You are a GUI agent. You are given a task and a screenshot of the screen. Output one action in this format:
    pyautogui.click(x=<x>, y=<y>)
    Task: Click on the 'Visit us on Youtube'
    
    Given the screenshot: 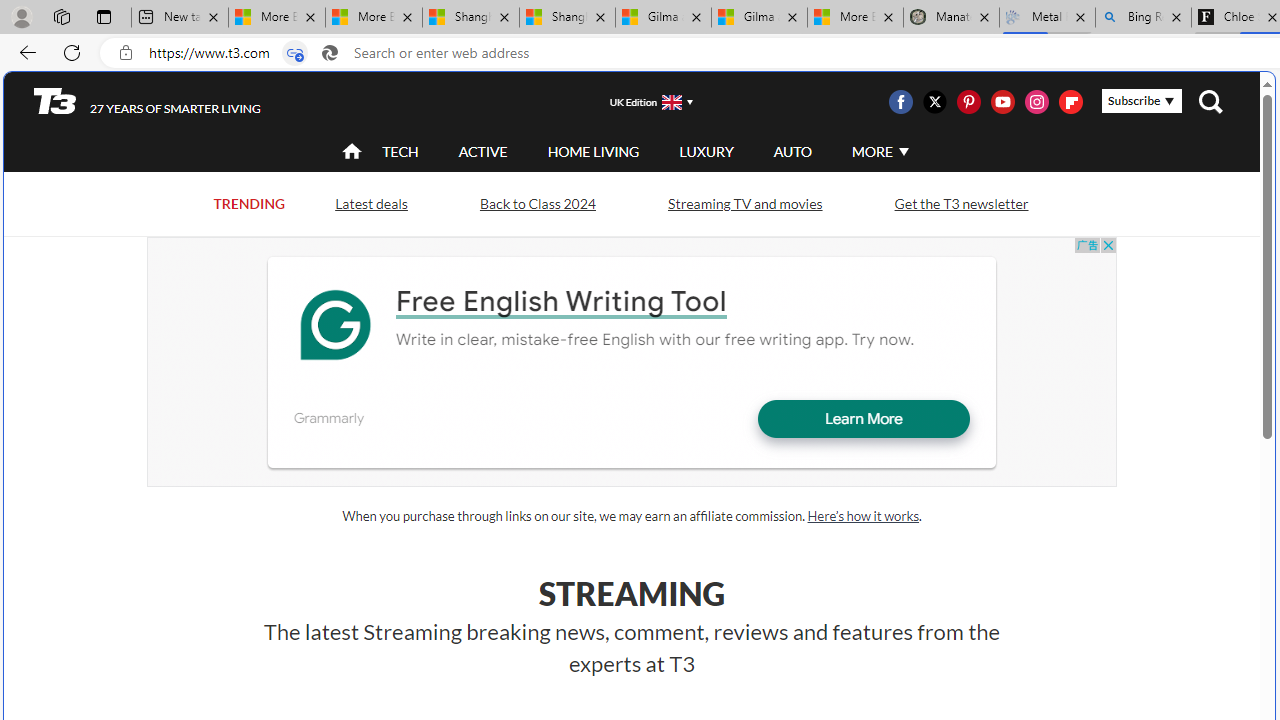 What is the action you would take?
    pyautogui.click(x=1002, y=101)
    